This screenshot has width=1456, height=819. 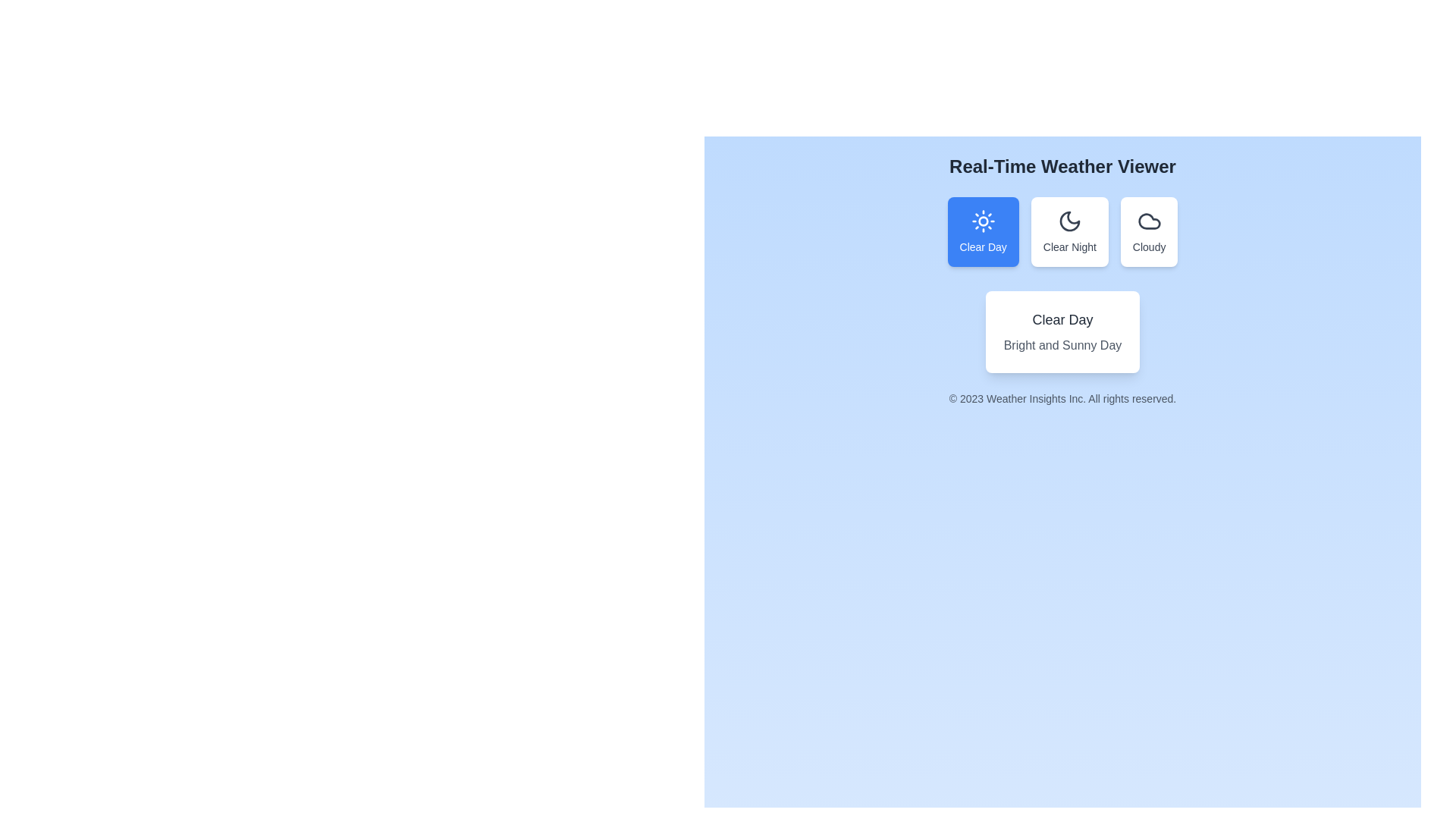 What do you see at coordinates (1149, 221) in the screenshot?
I see `the cloud icon, which is the top sub-component of the 'Cloudy' weather option in the 'Real-Time Weather Viewer' section` at bounding box center [1149, 221].